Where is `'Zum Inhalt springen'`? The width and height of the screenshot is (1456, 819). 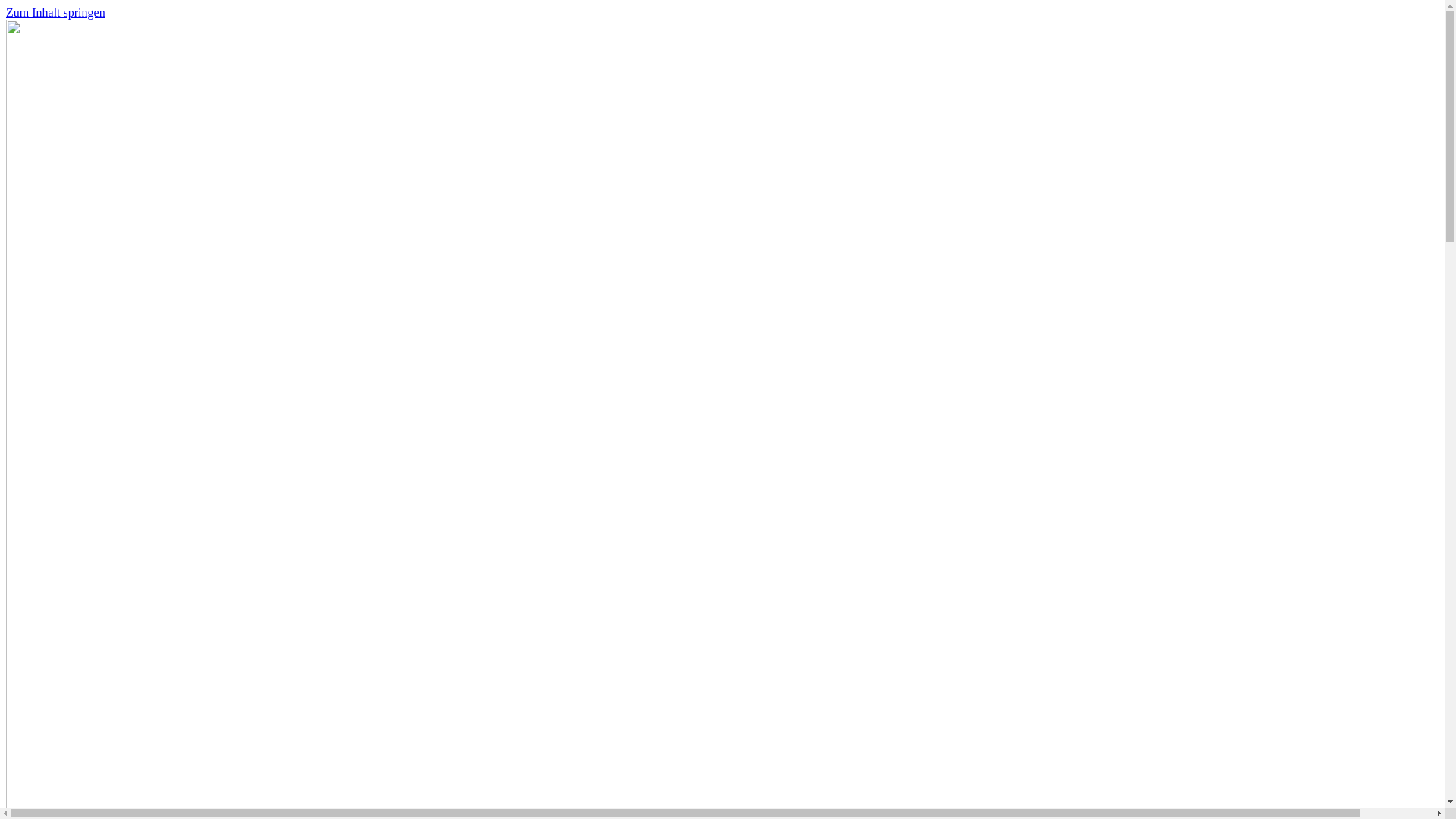 'Zum Inhalt springen' is located at coordinates (6, 12).